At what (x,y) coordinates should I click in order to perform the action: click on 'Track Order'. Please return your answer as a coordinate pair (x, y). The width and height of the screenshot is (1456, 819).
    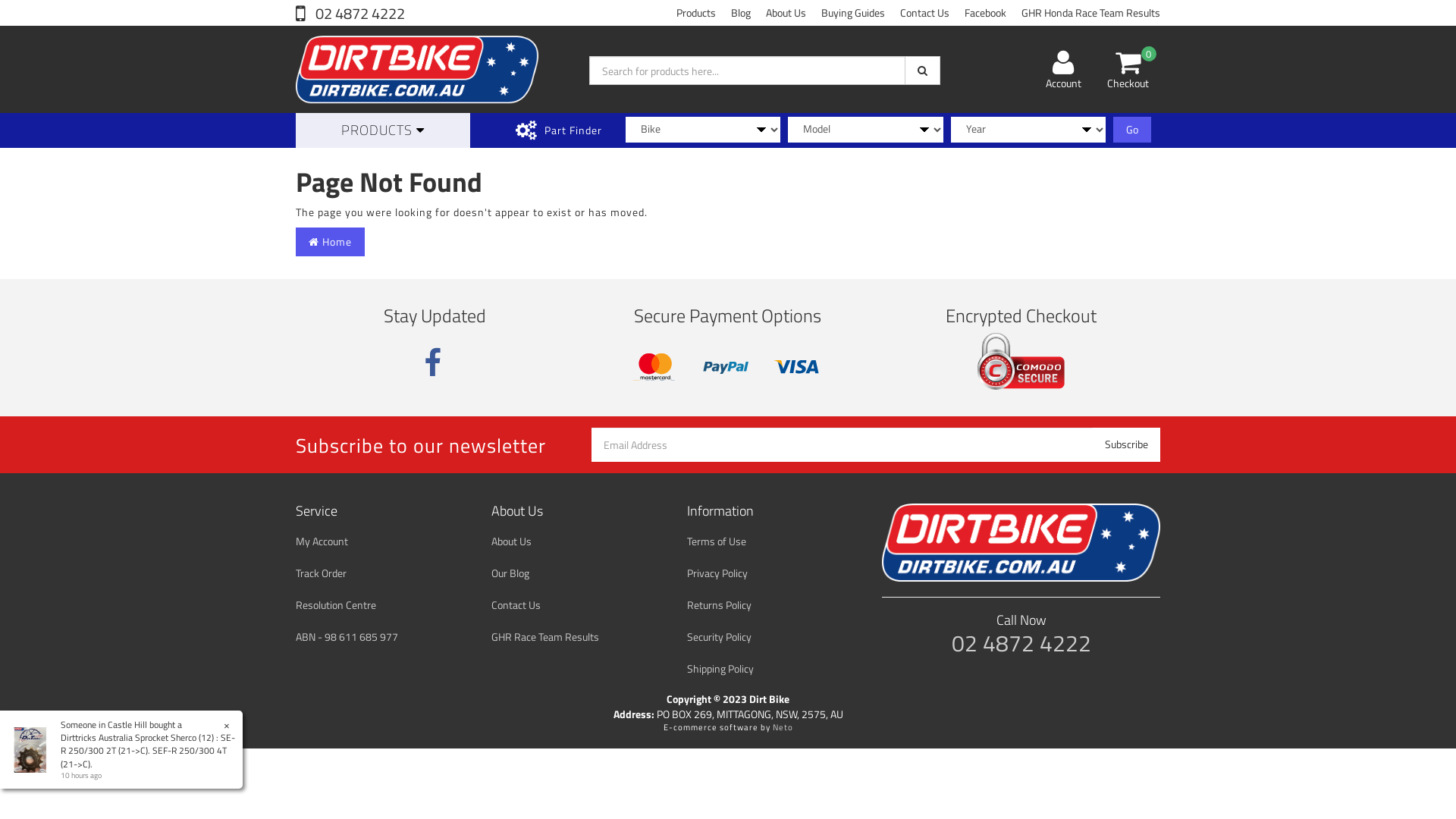
    Looking at the image, I should click on (380, 573).